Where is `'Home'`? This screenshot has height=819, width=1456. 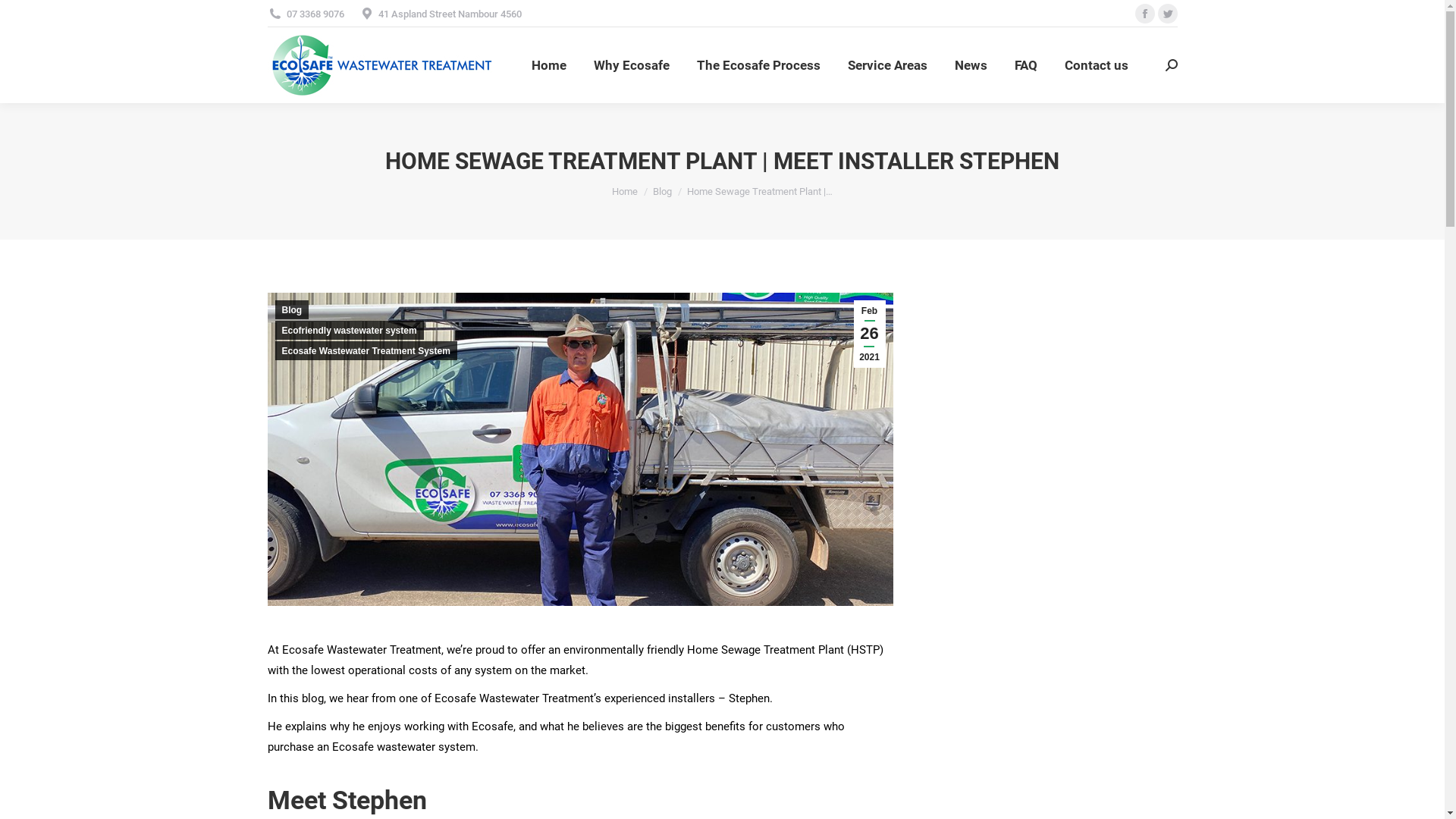
'Home' is located at coordinates (611, 190).